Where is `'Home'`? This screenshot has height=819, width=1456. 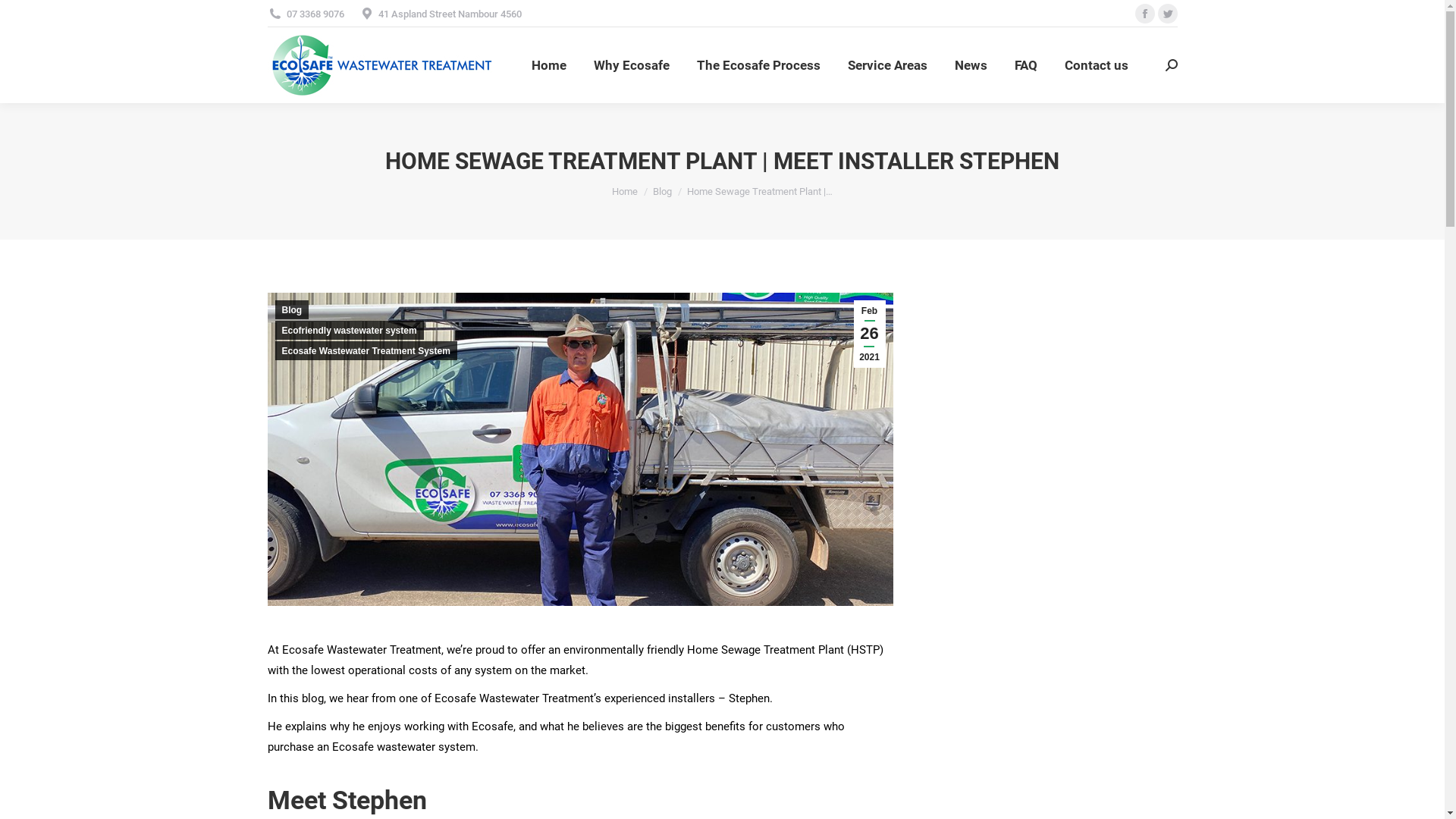
'Home' is located at coordinates (611, 190).